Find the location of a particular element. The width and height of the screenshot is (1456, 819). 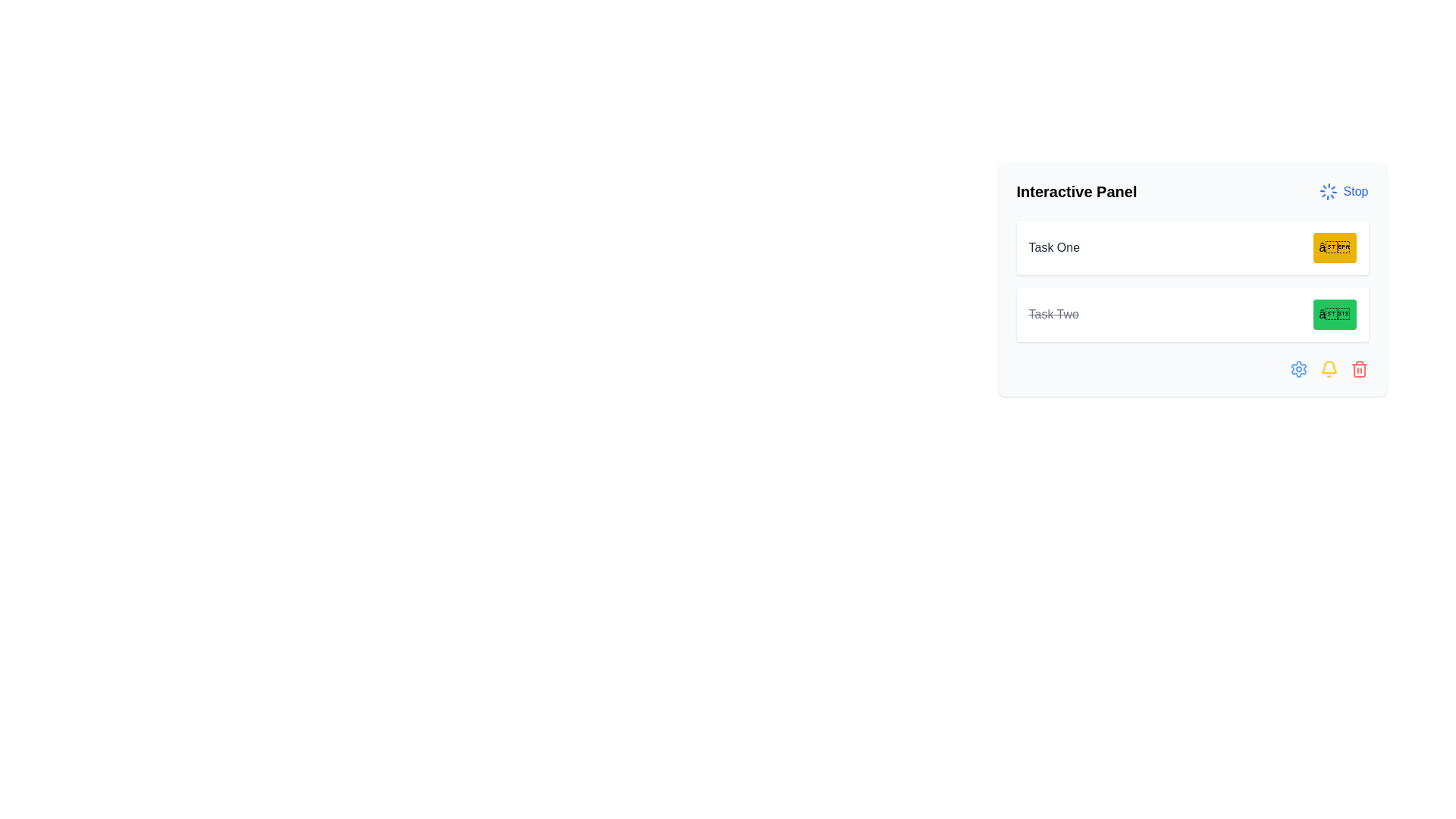

the animation of the Loader/Spinner icon located at the top-right of the Interactive Panel, next to the Stop text label is located at coordinates (1327, 191).